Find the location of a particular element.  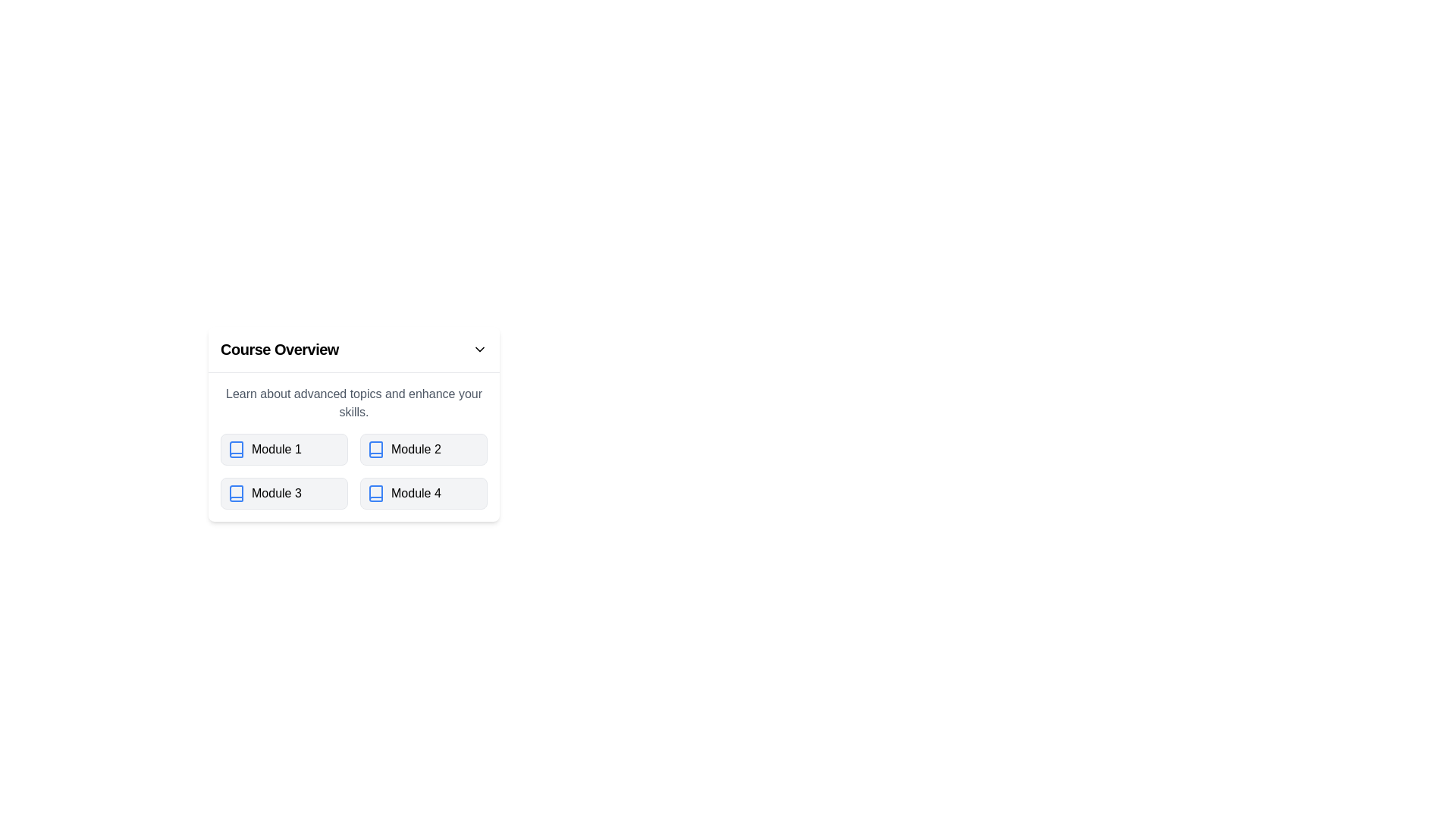

the icon representing 'Module 2' located in the second tile of the course interface grid, left-aligned to the text 'Module 2' is located at coordinates (375, 449).